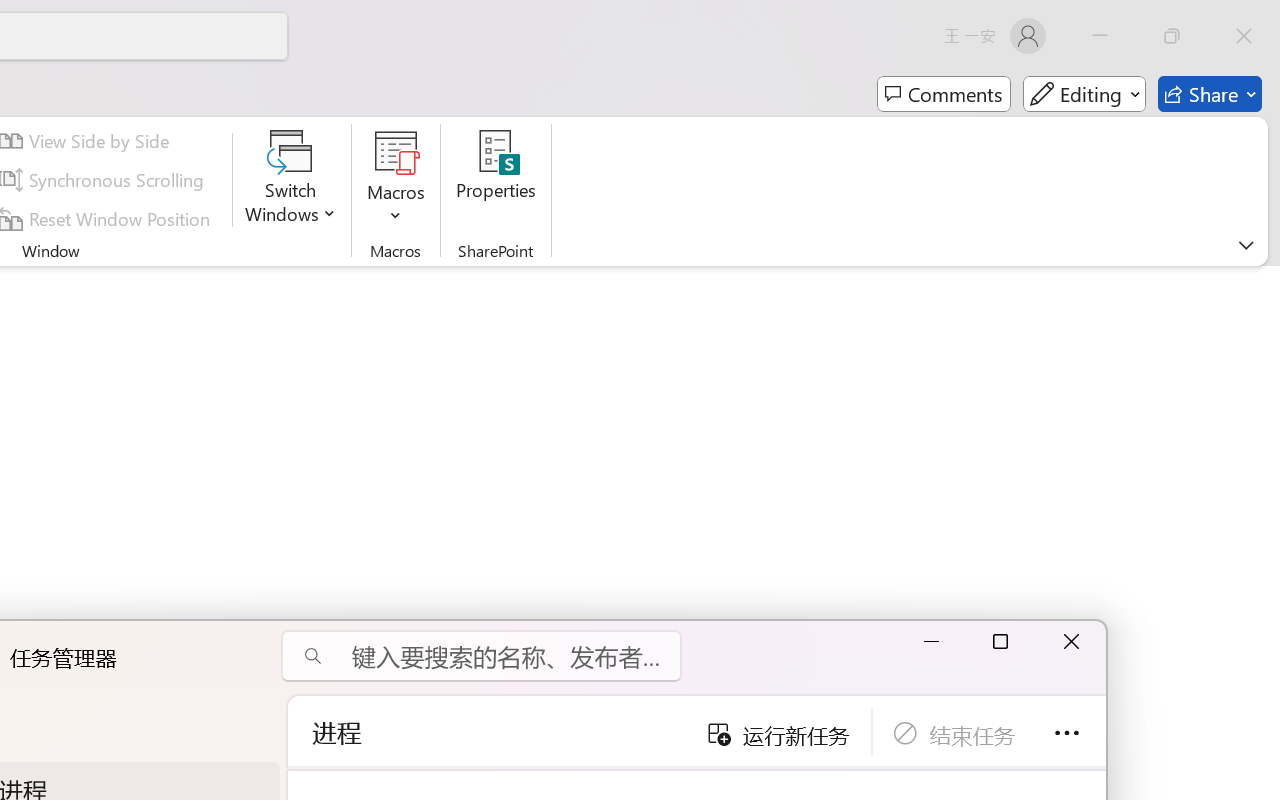 The width and height of the screenshot is (1280, 800). What do you see at coordinates (1245, 244) in the screenshot?
I see `'Ribbon Display Options'` at bounding box center [1245, 244].